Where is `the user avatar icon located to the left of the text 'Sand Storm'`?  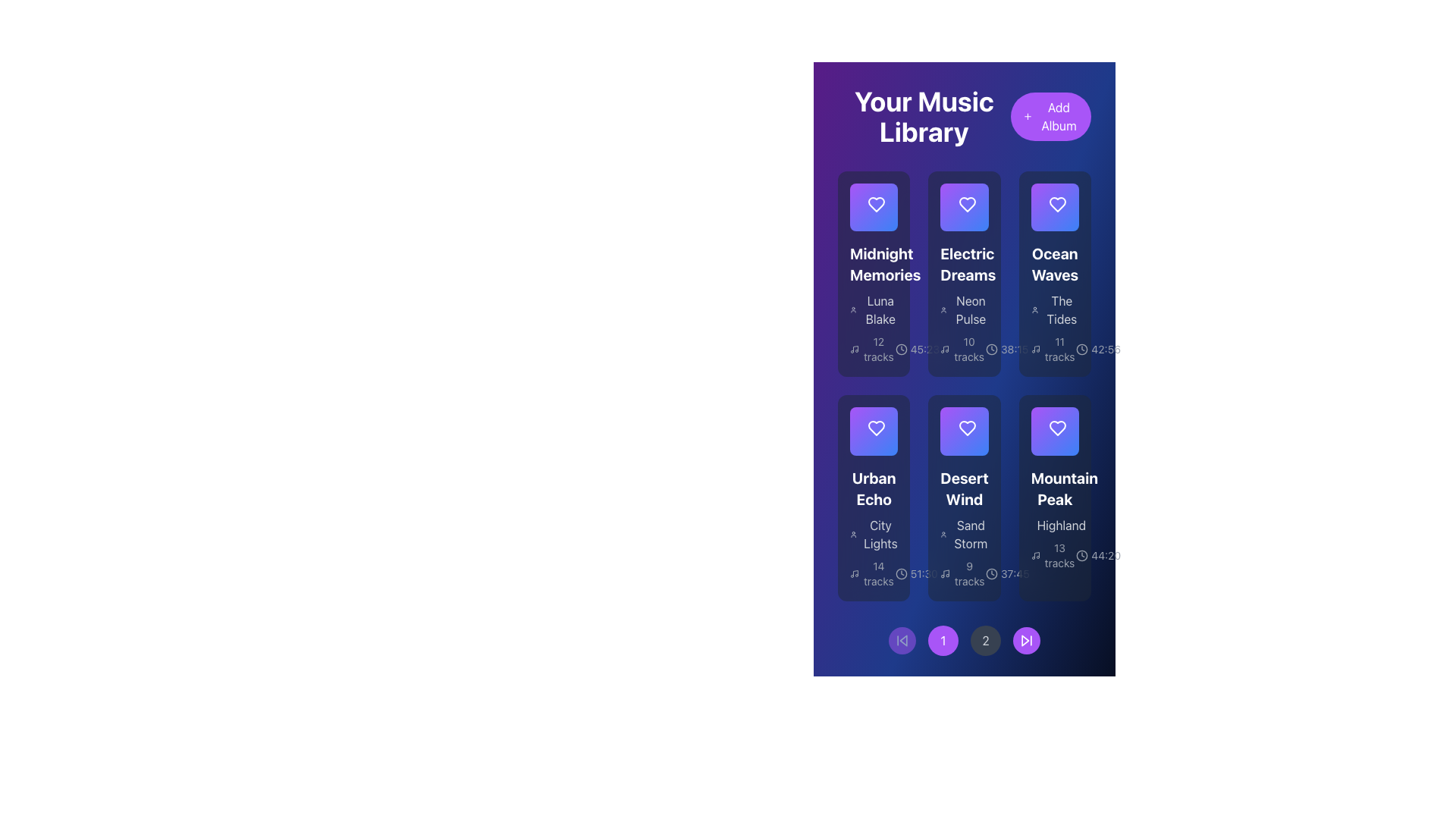
the user avatar icon located to the left of the text 'Sand Storm' is located at coordinates (943, 533).